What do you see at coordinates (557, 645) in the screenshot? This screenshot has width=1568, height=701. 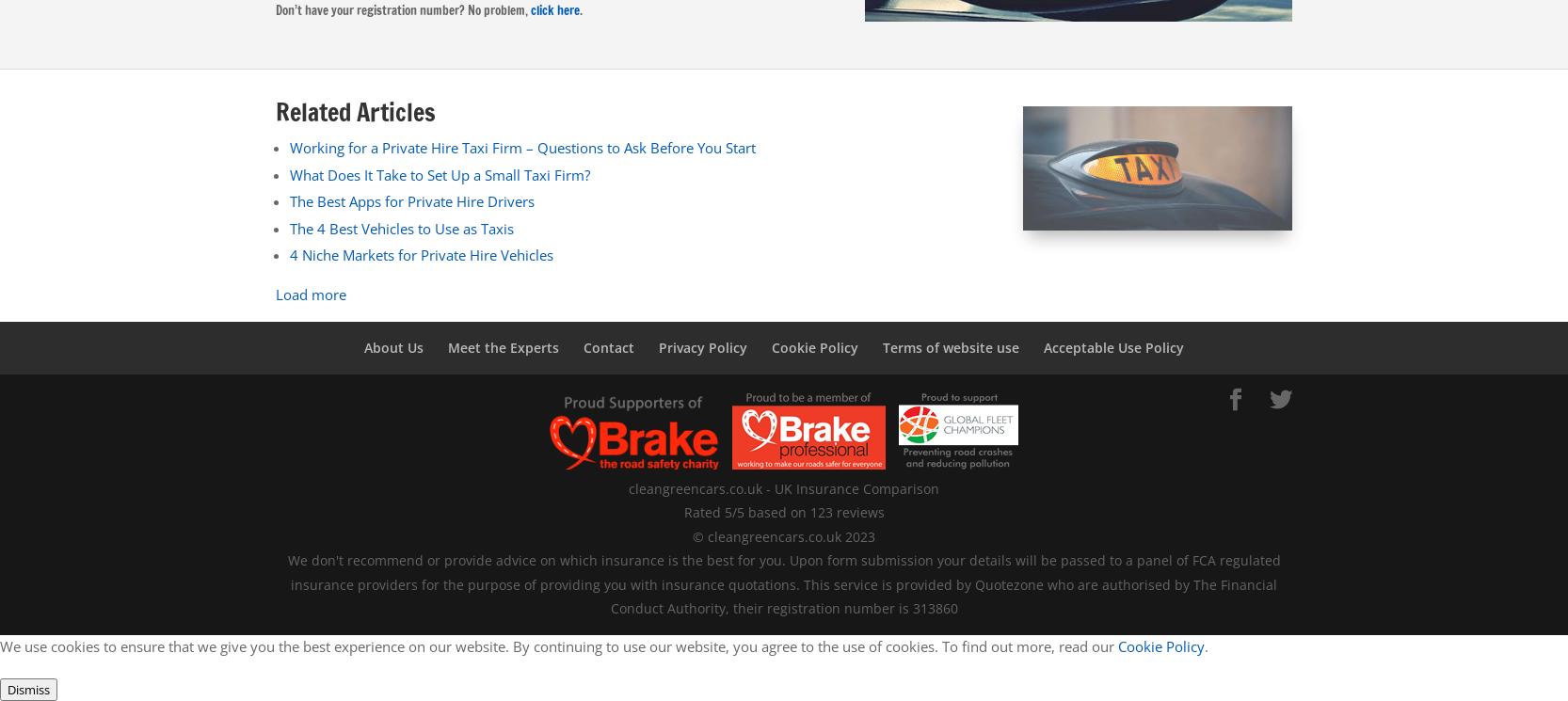 I see `'We use cookies to ensure that we give you the best experience on our website. By continuing to use our website, you agree to the use of cookies. To find out more, read our'` at bounding box center [557, 645].